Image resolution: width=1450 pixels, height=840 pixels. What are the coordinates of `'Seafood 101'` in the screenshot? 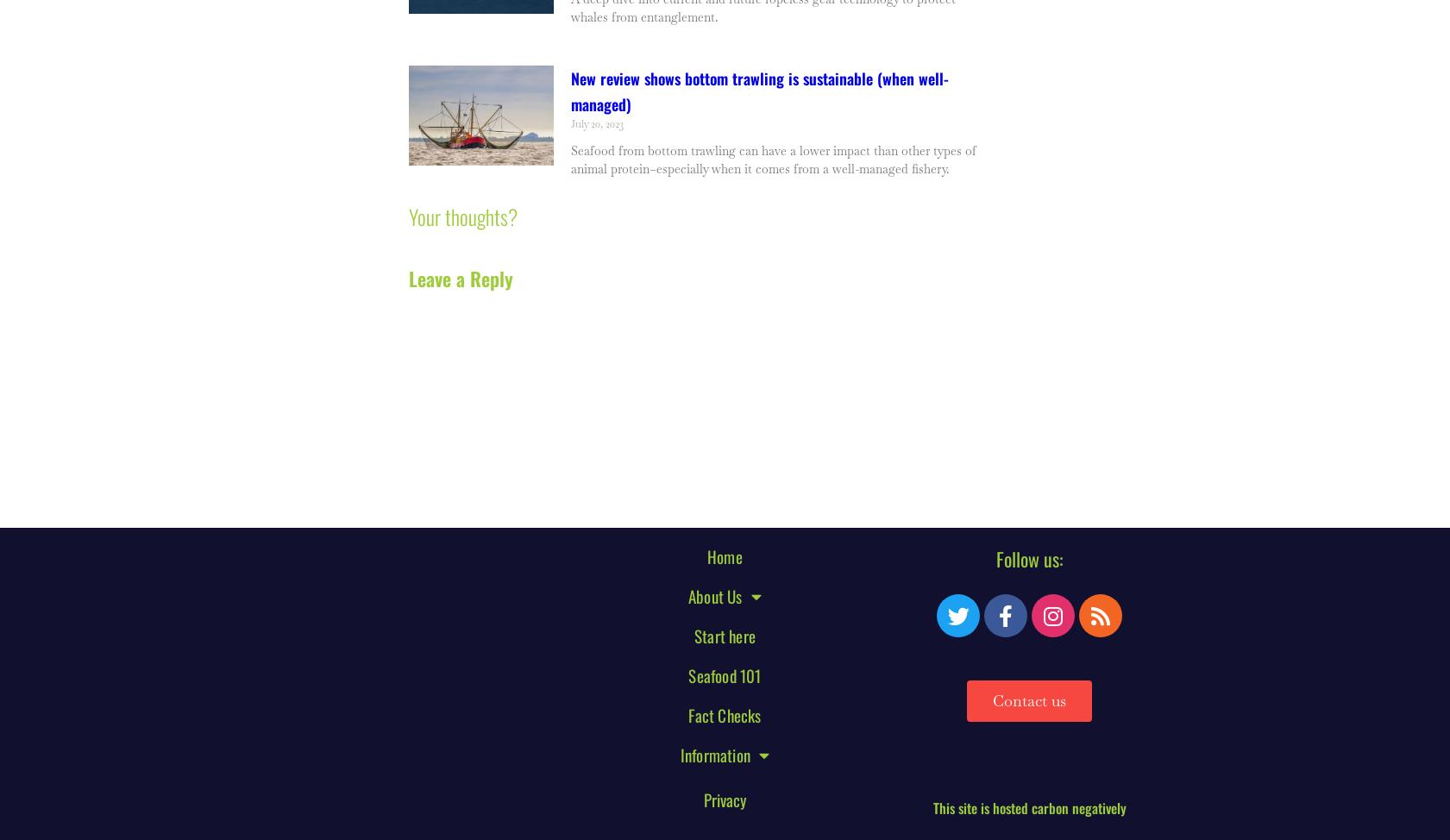 It's located at (723, 674).